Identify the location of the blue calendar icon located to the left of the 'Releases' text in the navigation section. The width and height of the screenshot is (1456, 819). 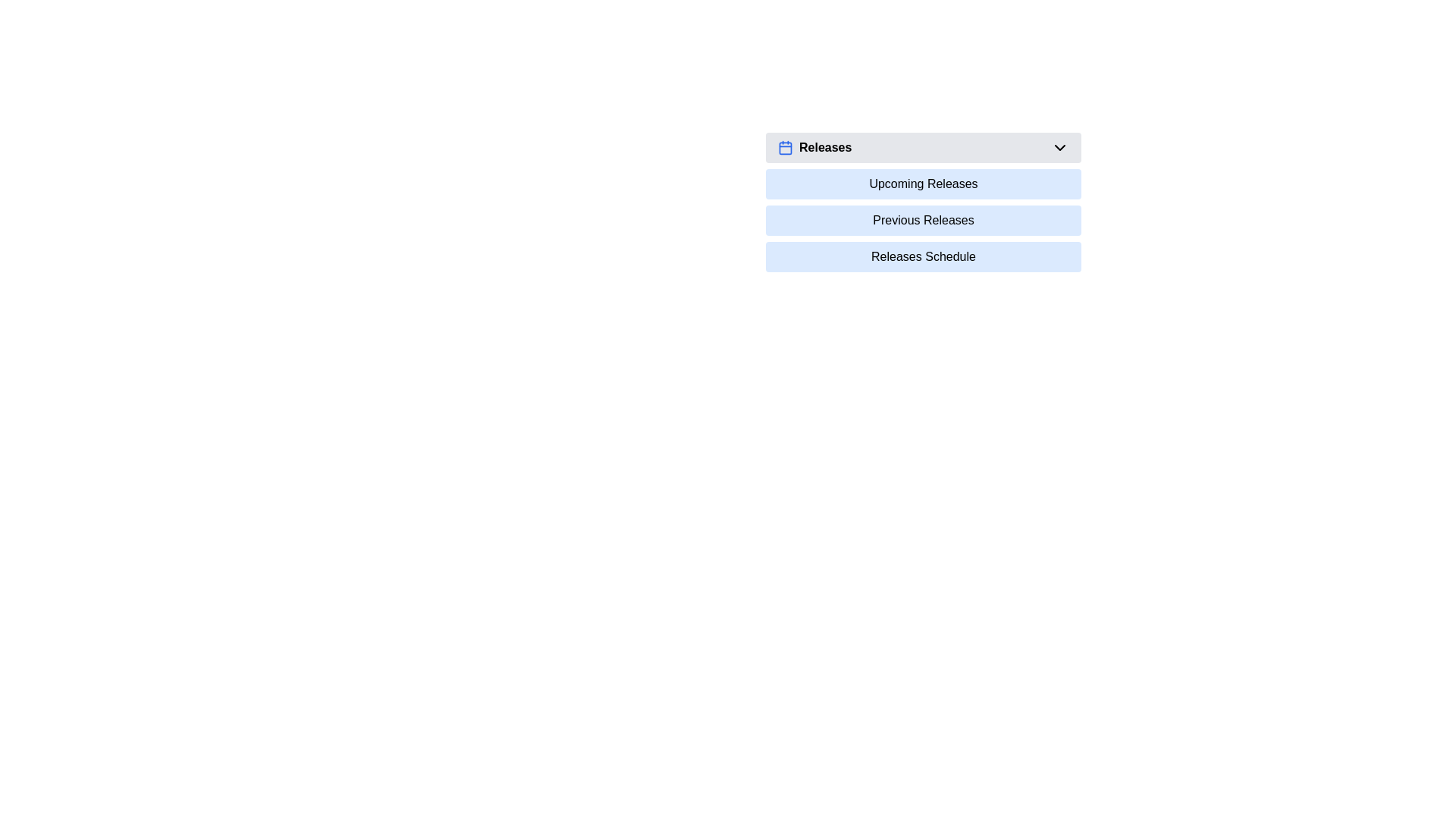
(786, 148).